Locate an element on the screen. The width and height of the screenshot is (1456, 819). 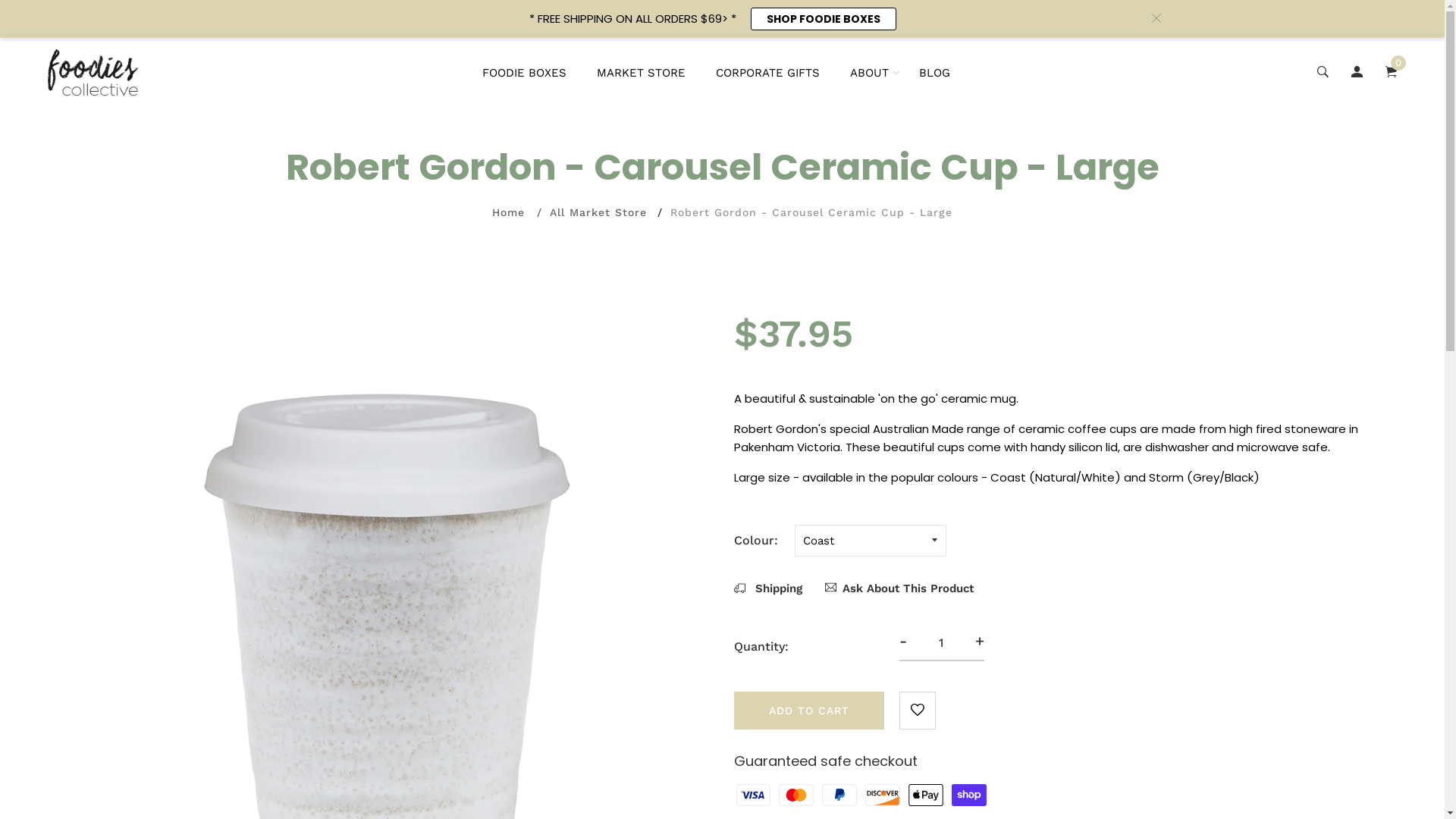
'SHOP FOODIE BOXES' is located at coordinates (822, 18).